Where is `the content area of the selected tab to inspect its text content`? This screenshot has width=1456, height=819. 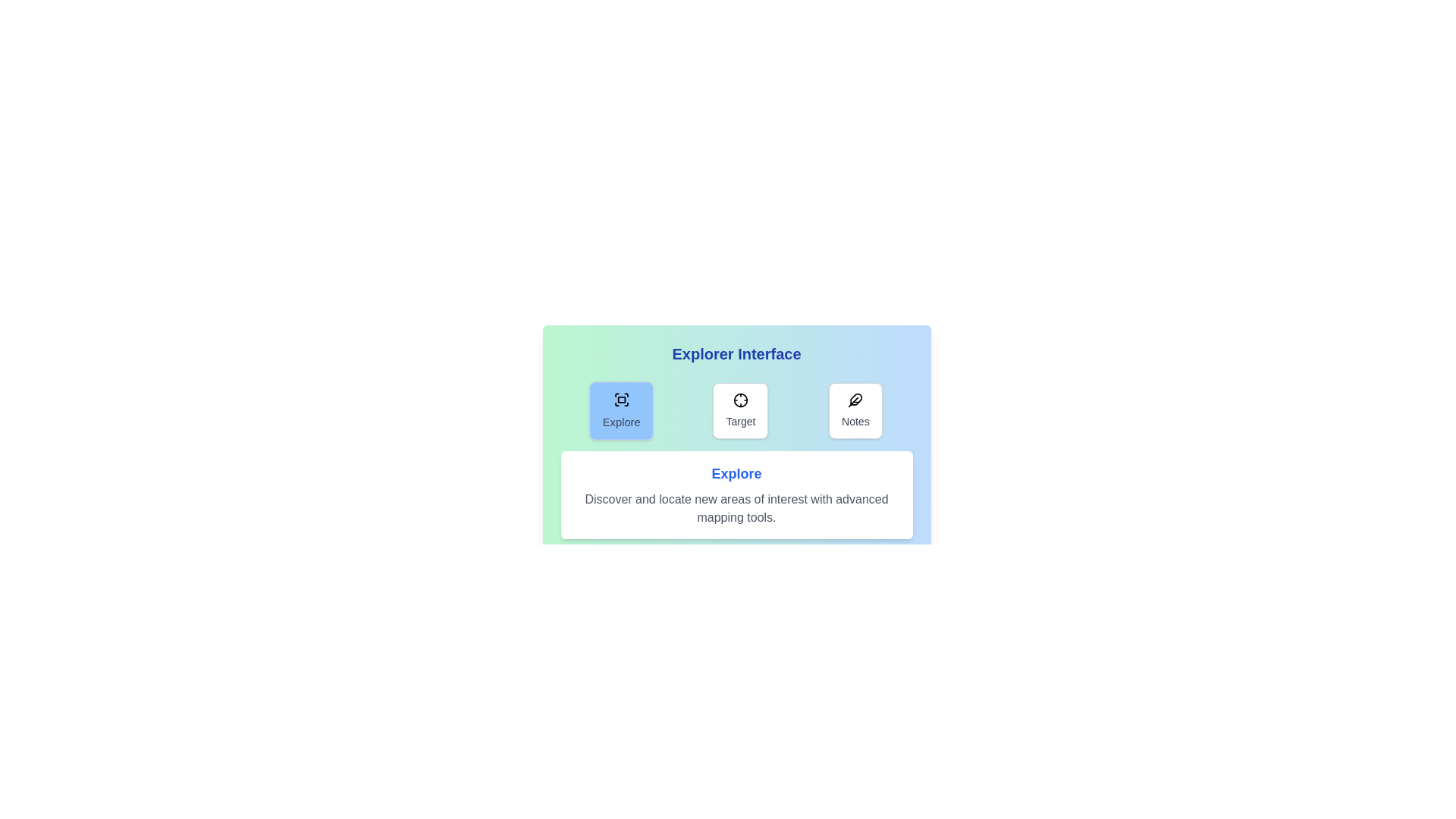
the content area of the selected tab to inspect its text content is located at coordinates (736, 494).